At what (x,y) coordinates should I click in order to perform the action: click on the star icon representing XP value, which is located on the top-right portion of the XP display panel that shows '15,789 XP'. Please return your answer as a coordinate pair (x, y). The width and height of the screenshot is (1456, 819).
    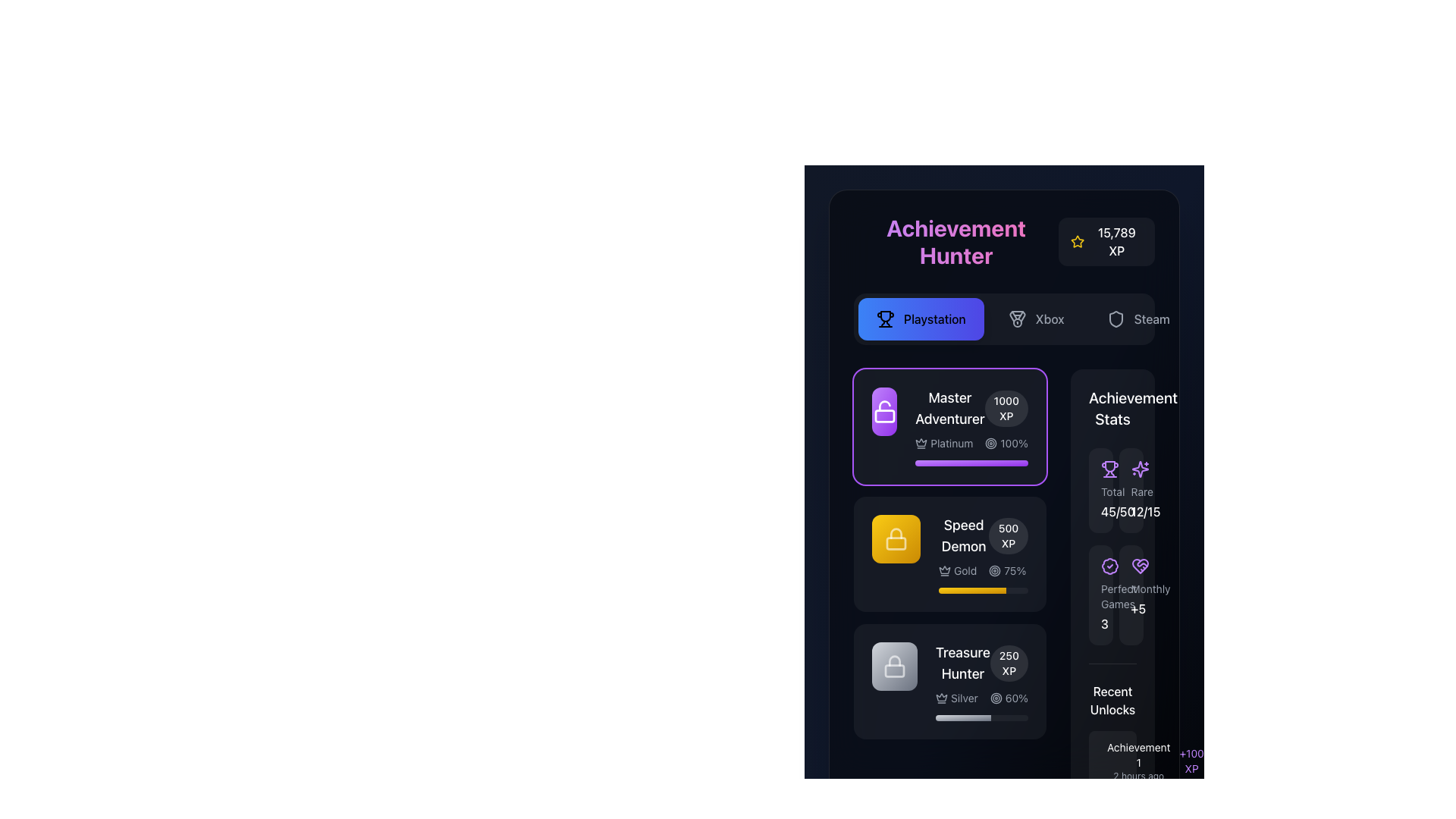
    Looking at the image, I should click on (1077, 241).